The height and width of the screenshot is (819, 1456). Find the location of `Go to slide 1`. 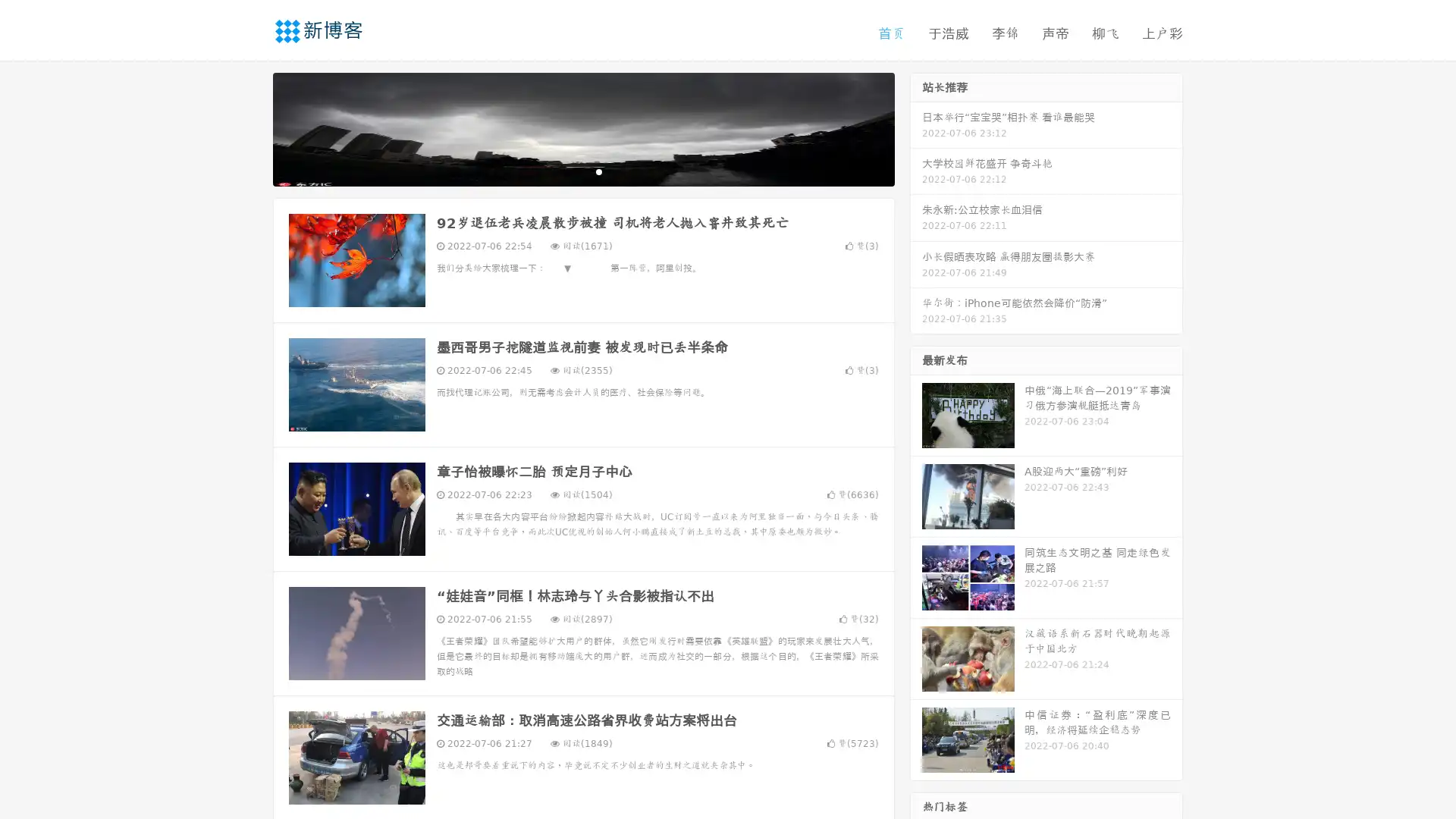

Go to slide 1 is located at coordinates (567, 171).